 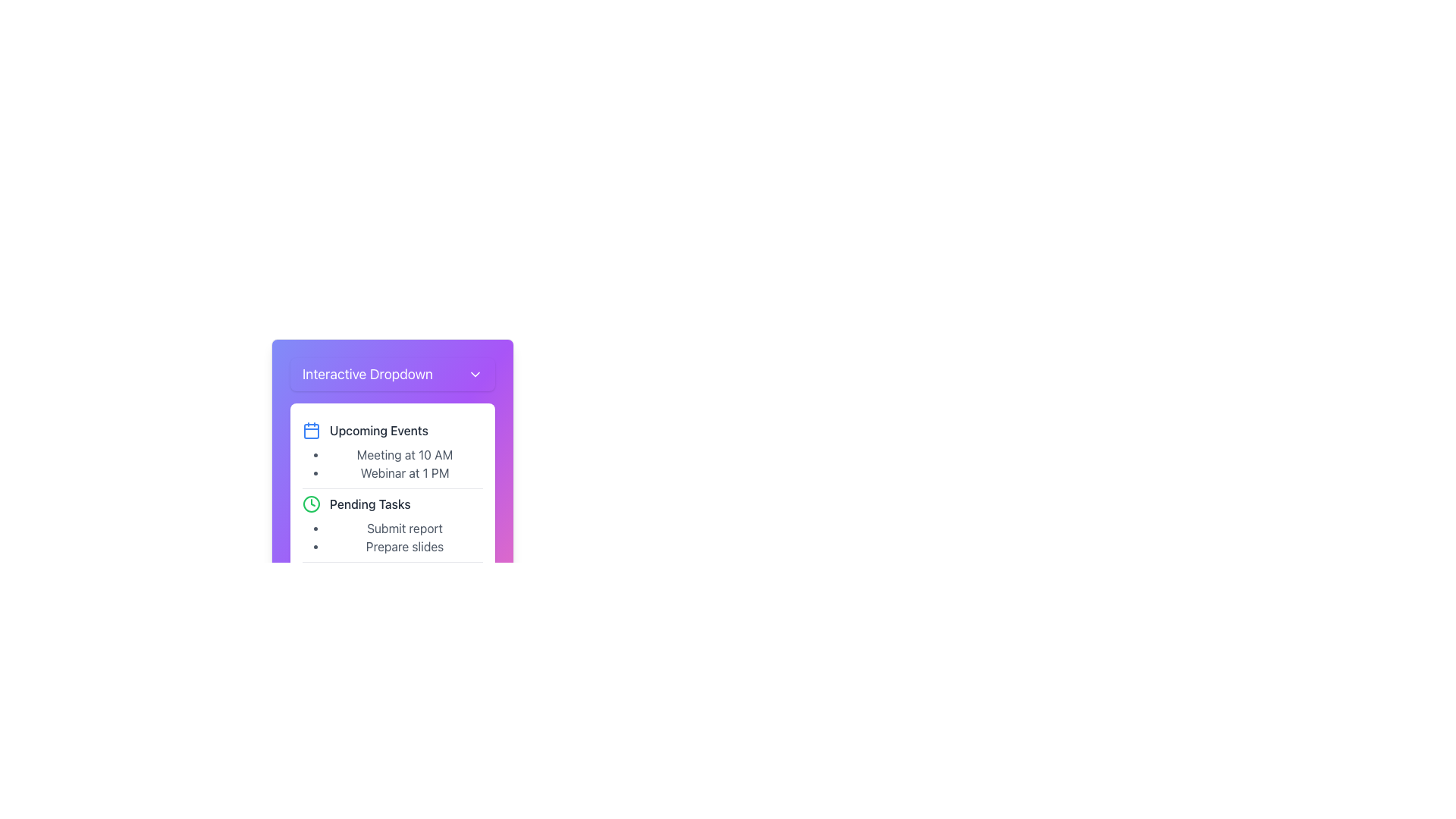 What do you see at coordinates (311, 504) in the screenshot?
I see `the circular shape resembling the boundary of a clock face in the 'Pending Tasks' section of the dropdown menu, which is part of an SVG icon and is centrally located within this icon` at bounding box center [311, 504].